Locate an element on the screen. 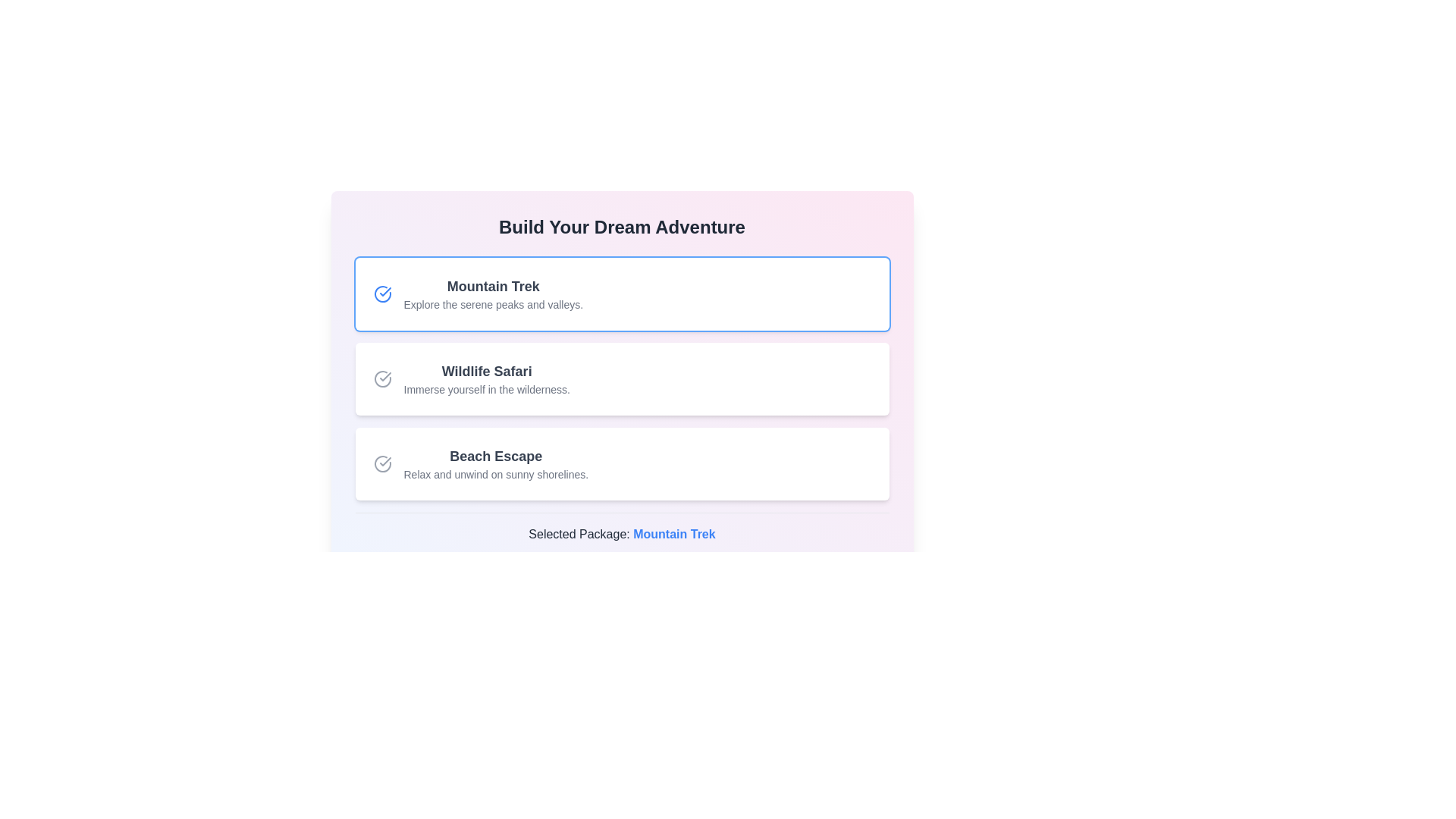 This screenshot has height=819, width=1456. text label for the 'Mountain Trek' package option, which is located in the topmost rectangular option of the vertically stacked selection menu is located at coordinates (493, 287).